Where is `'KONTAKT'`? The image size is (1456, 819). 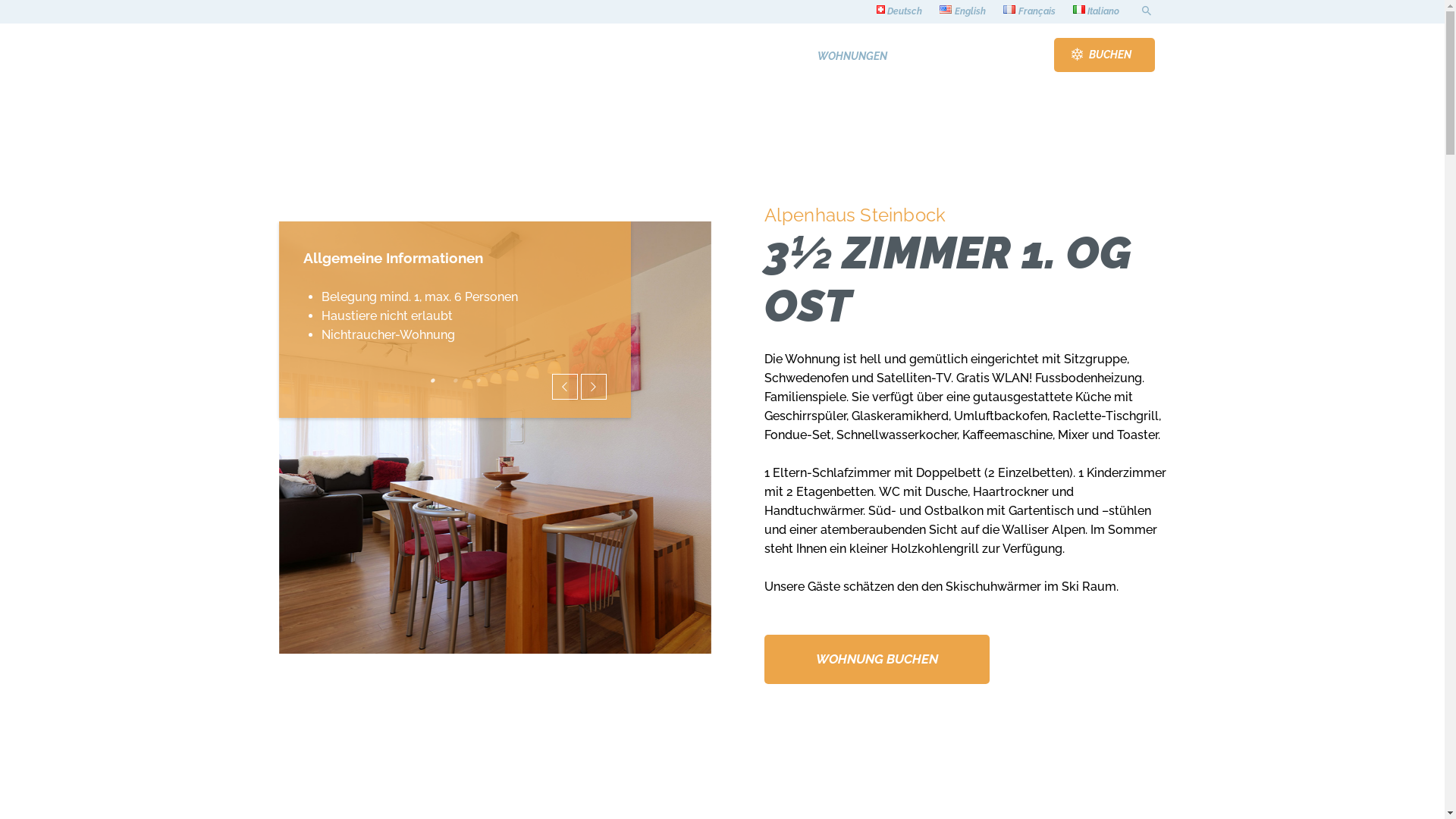
'KONTAKT' is located at coordinates (968, 55).